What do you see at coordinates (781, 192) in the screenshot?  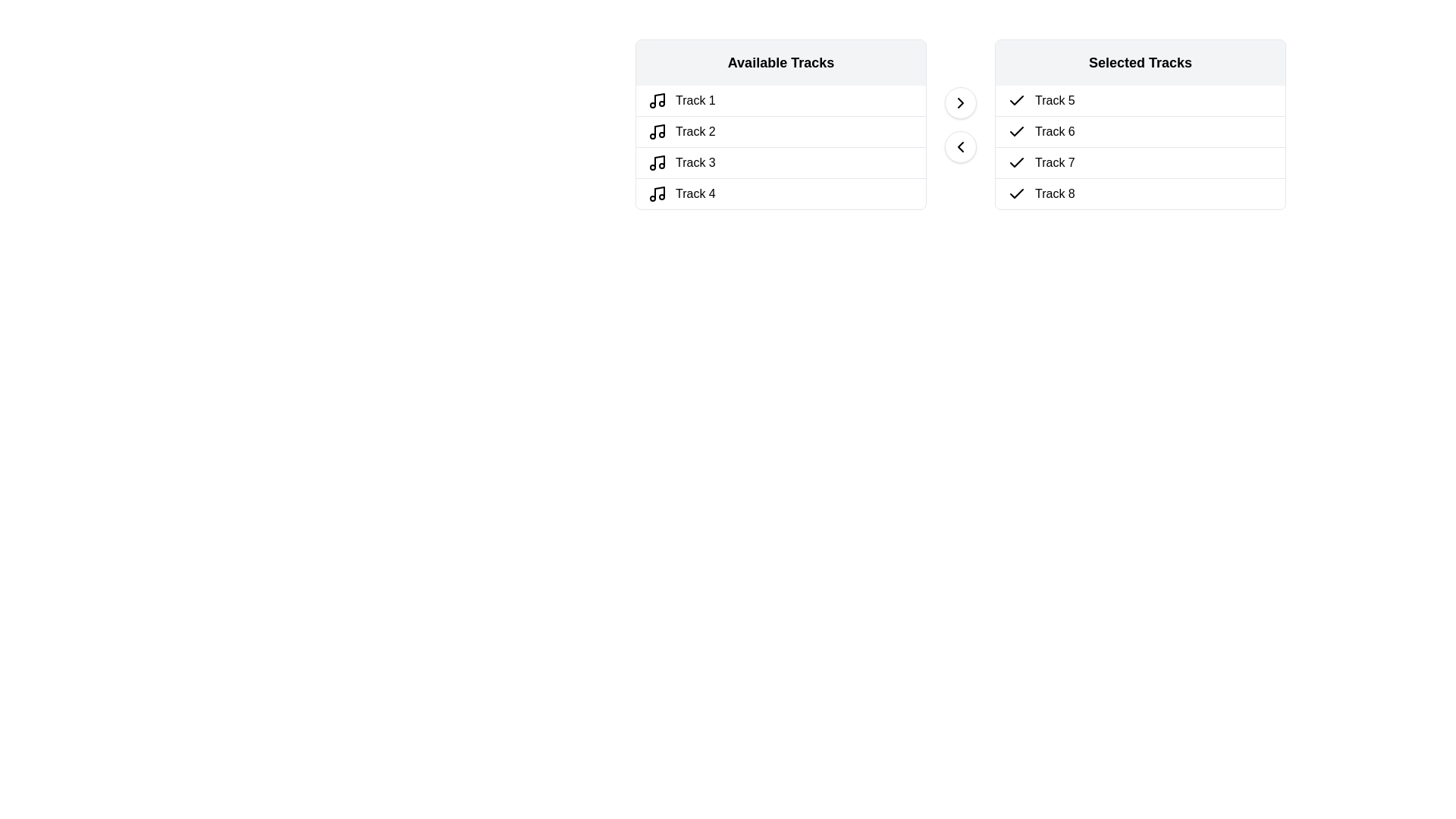 I see `the fourth list item in the 'Available Tracks' section` at bounding box center [781, 192].